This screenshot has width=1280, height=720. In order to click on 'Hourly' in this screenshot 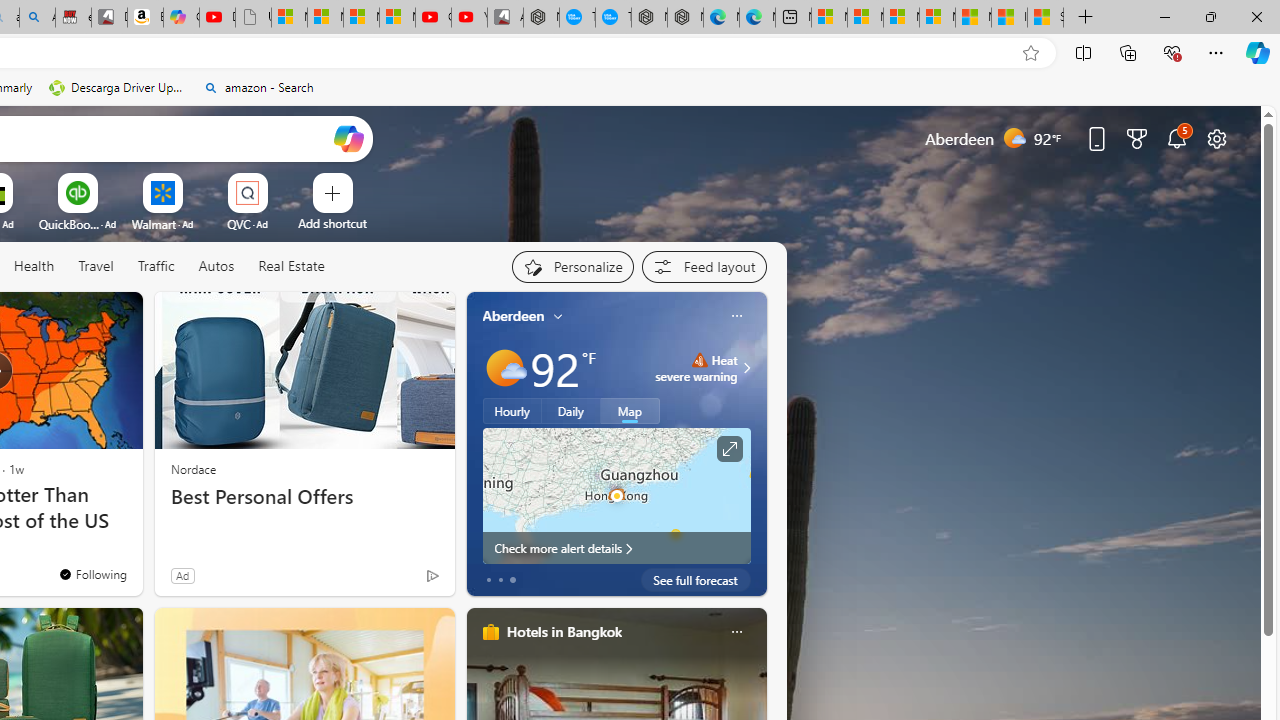, I will do `click(512, 410)`.